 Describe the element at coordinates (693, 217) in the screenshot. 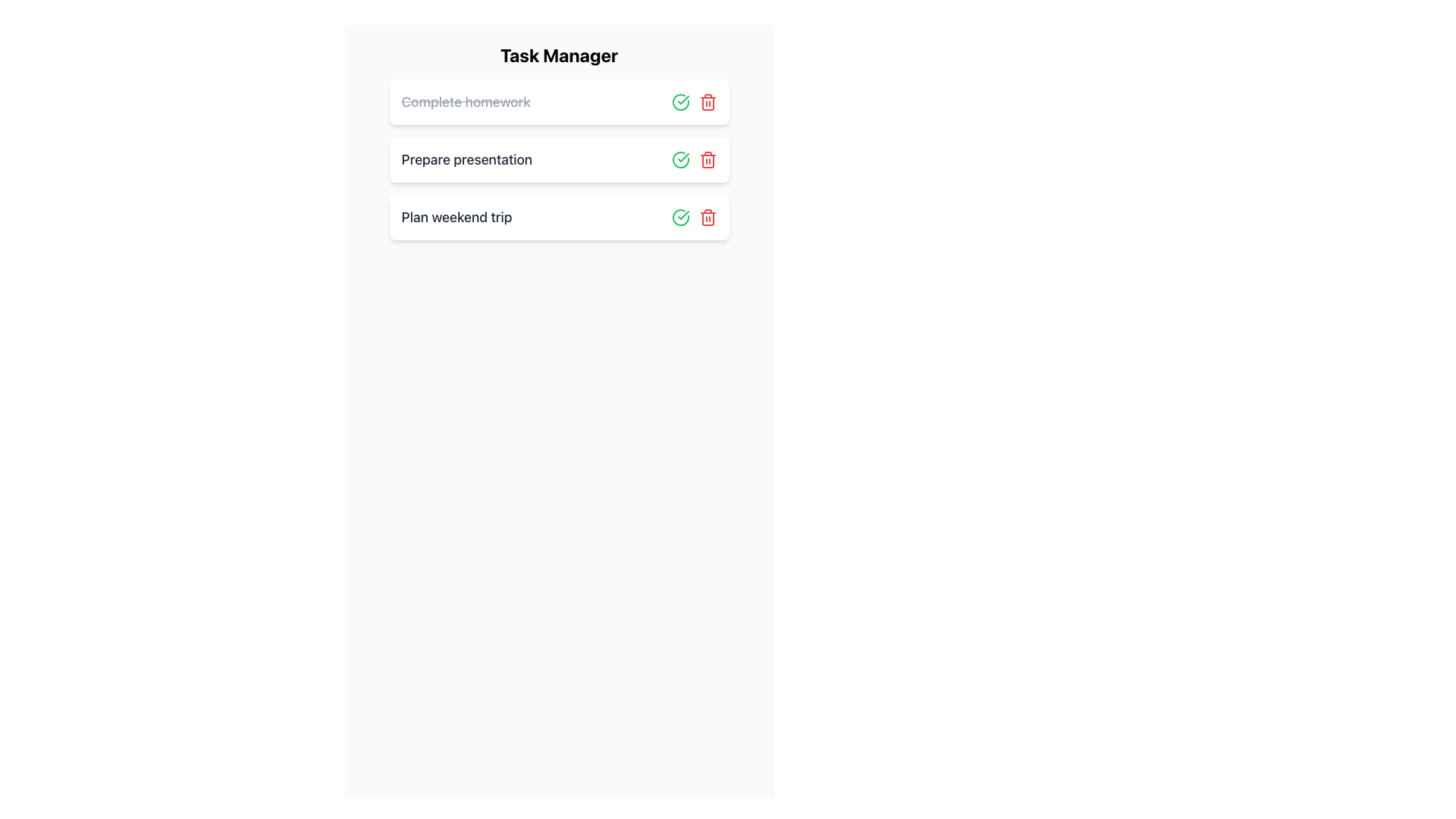

I see `the Grouped Interactive Icons next to the 'Plan weekend trip' text` at that location.